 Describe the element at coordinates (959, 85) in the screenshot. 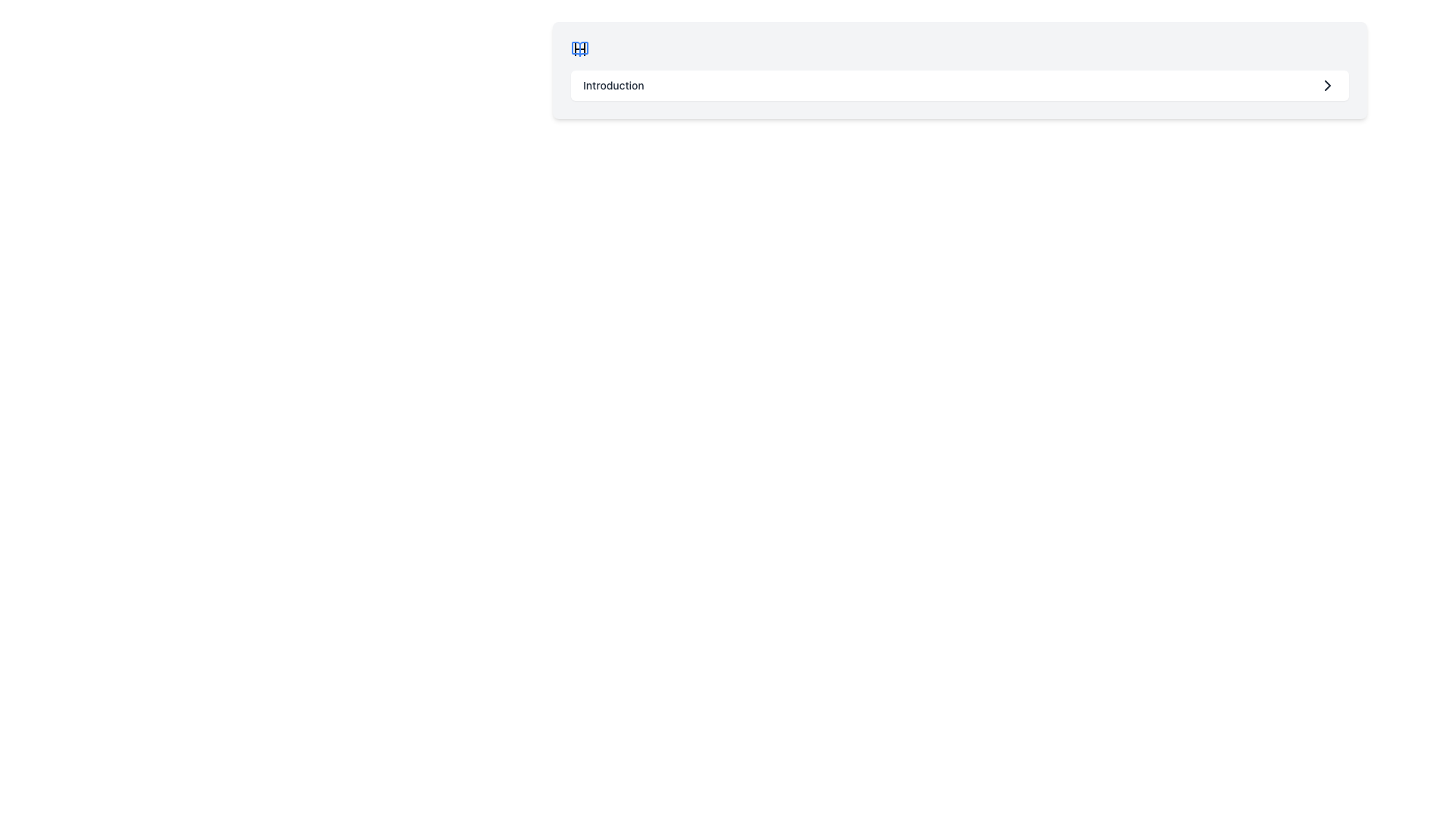

I see `the 'Introduction' button in the navigation menu` at that location.